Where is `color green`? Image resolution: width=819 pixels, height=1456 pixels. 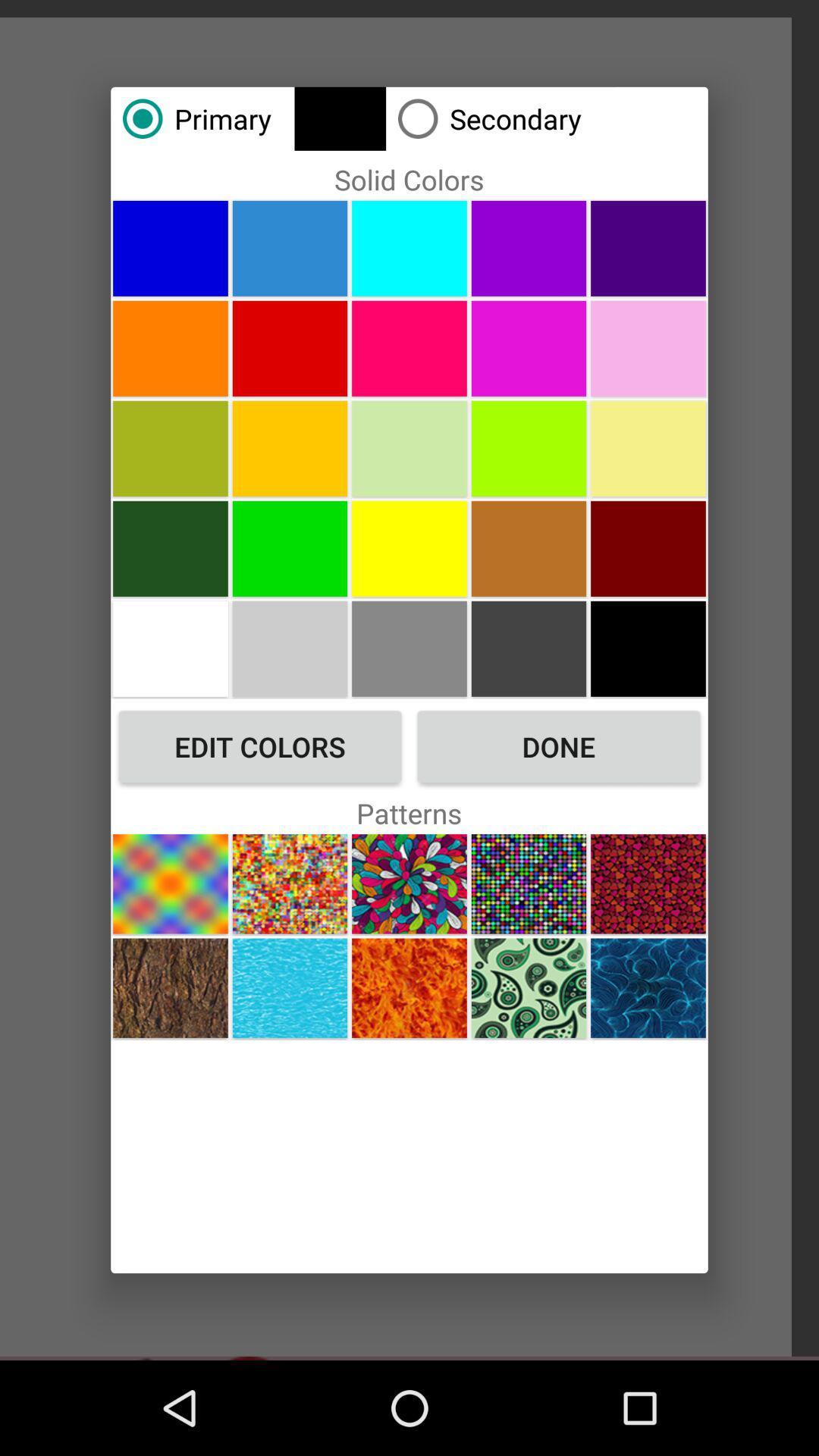 color green is located at coordinates (409, 447).